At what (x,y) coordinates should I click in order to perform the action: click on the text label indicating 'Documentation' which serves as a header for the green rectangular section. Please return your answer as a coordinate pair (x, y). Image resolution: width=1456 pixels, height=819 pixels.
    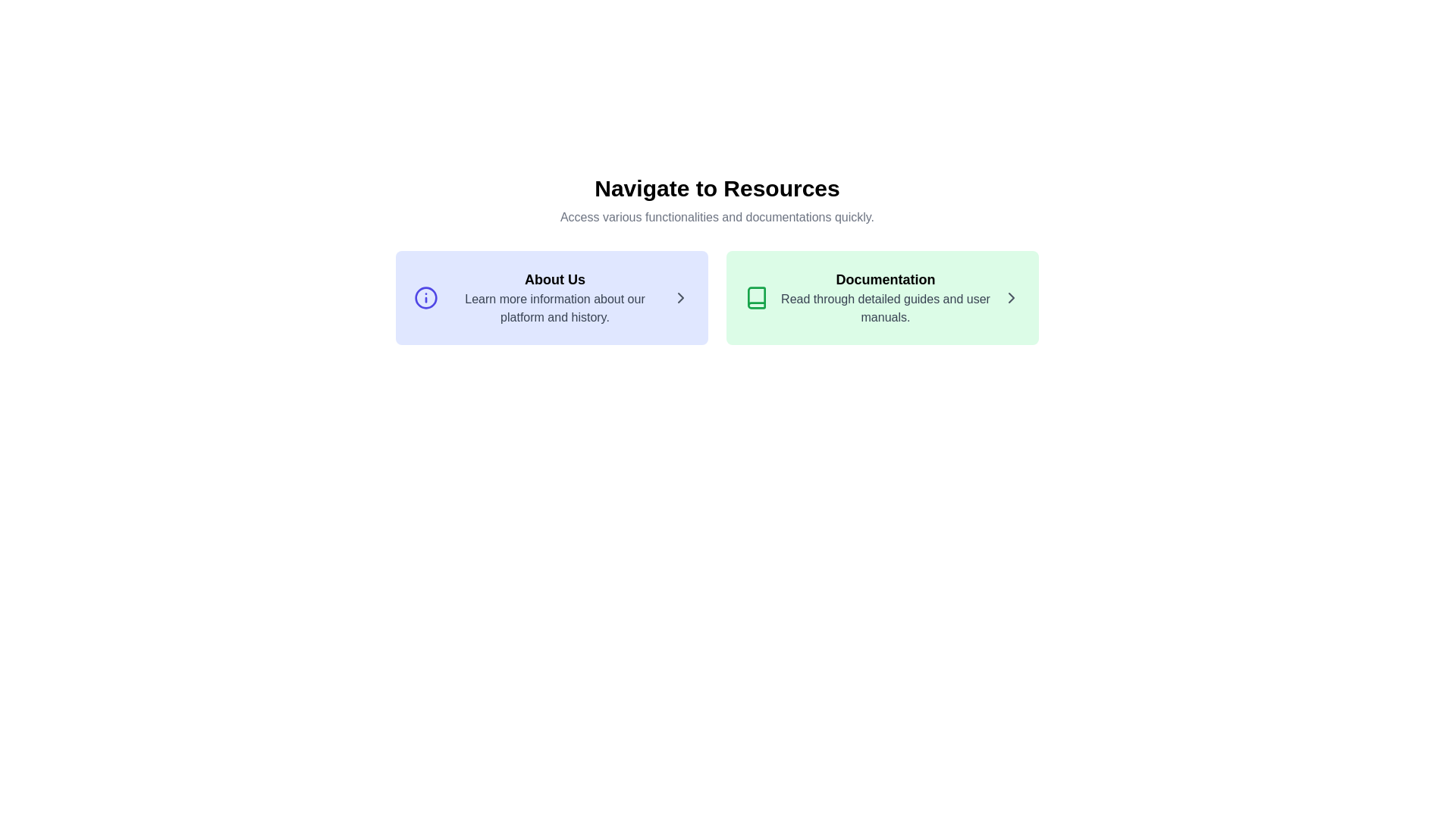
    Looking at the image, I should click on (885, 280).